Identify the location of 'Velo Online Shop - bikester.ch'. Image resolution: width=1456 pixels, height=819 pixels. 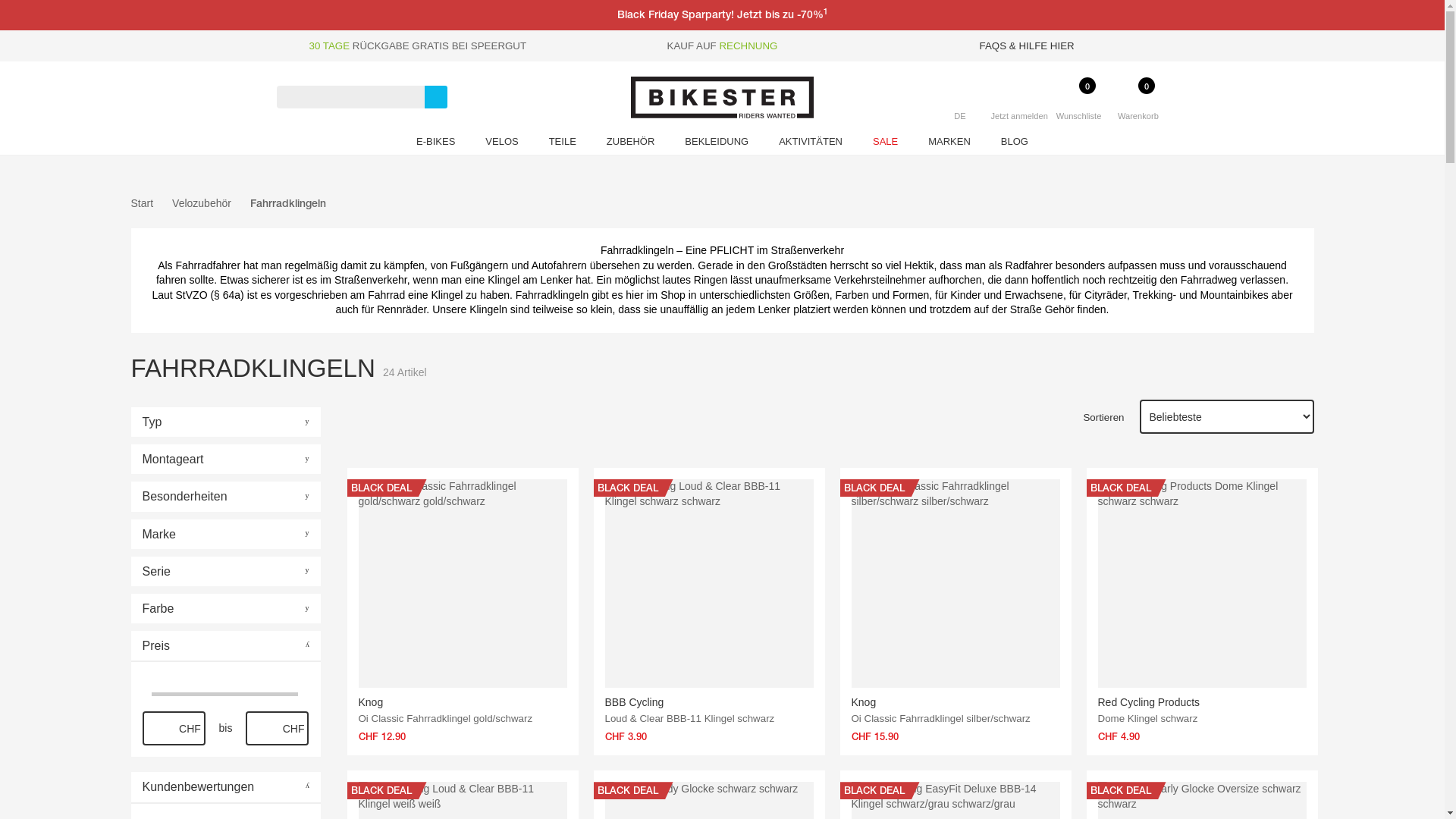
(721, 97).